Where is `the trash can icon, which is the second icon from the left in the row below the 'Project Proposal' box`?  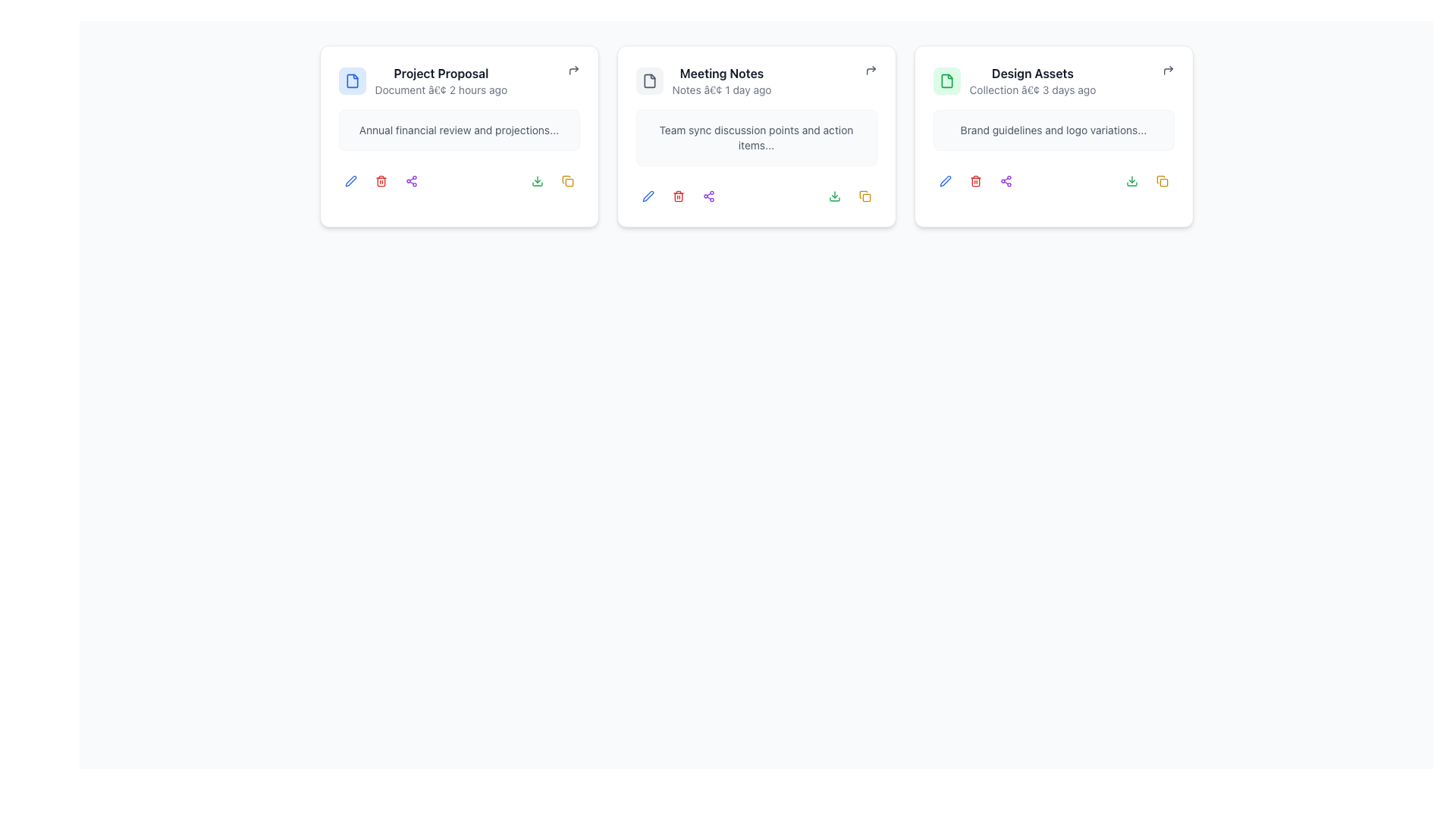
the trash can icon, which is the second icon from the left in the row below the 'Project Proposal' box is located at coordinates (381, 181).